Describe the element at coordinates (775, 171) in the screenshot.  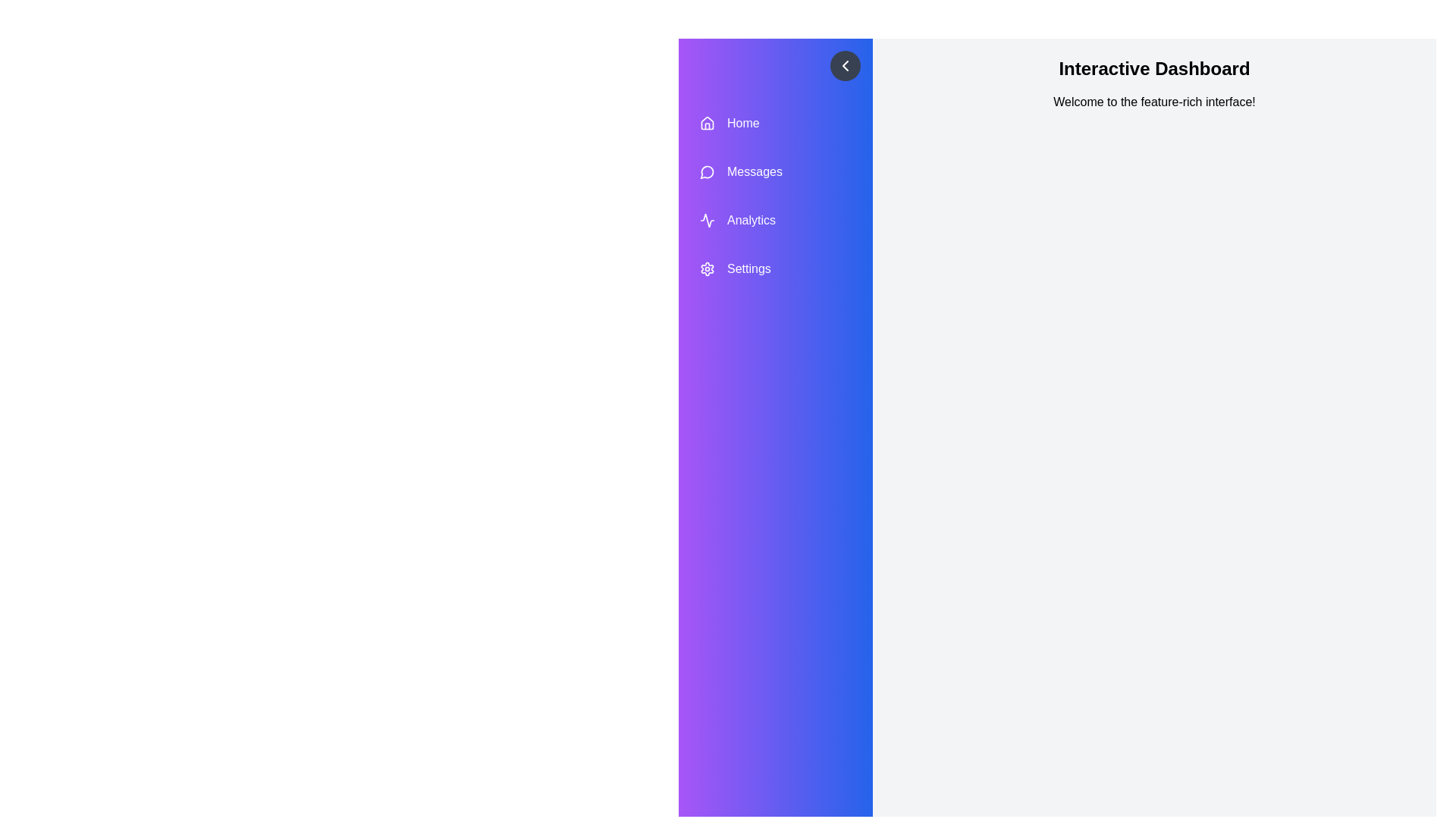
I see `the menu item Messages to highlight it visually` at that location.